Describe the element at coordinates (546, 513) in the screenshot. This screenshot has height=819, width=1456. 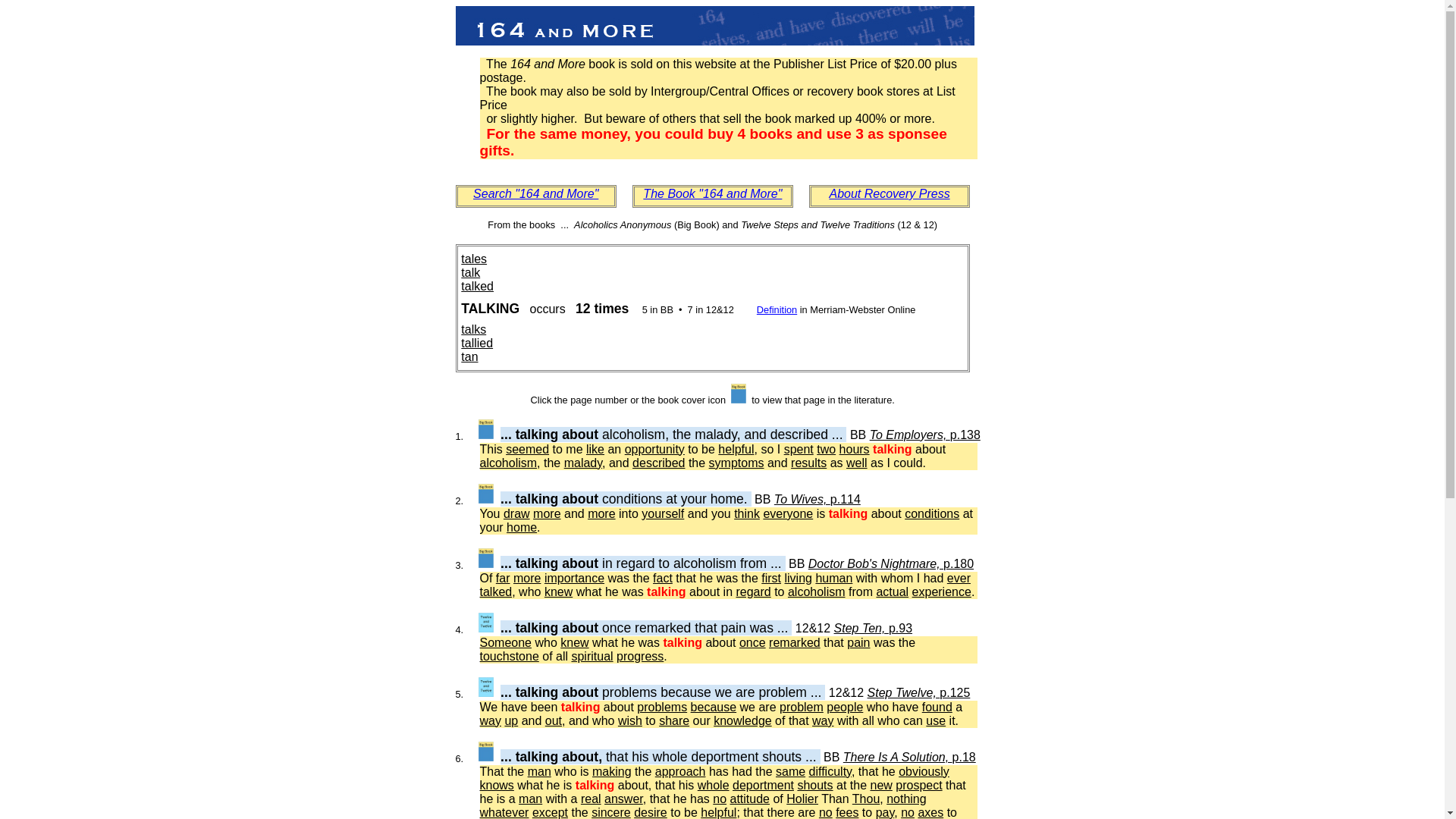
I see `'more'` at that location.